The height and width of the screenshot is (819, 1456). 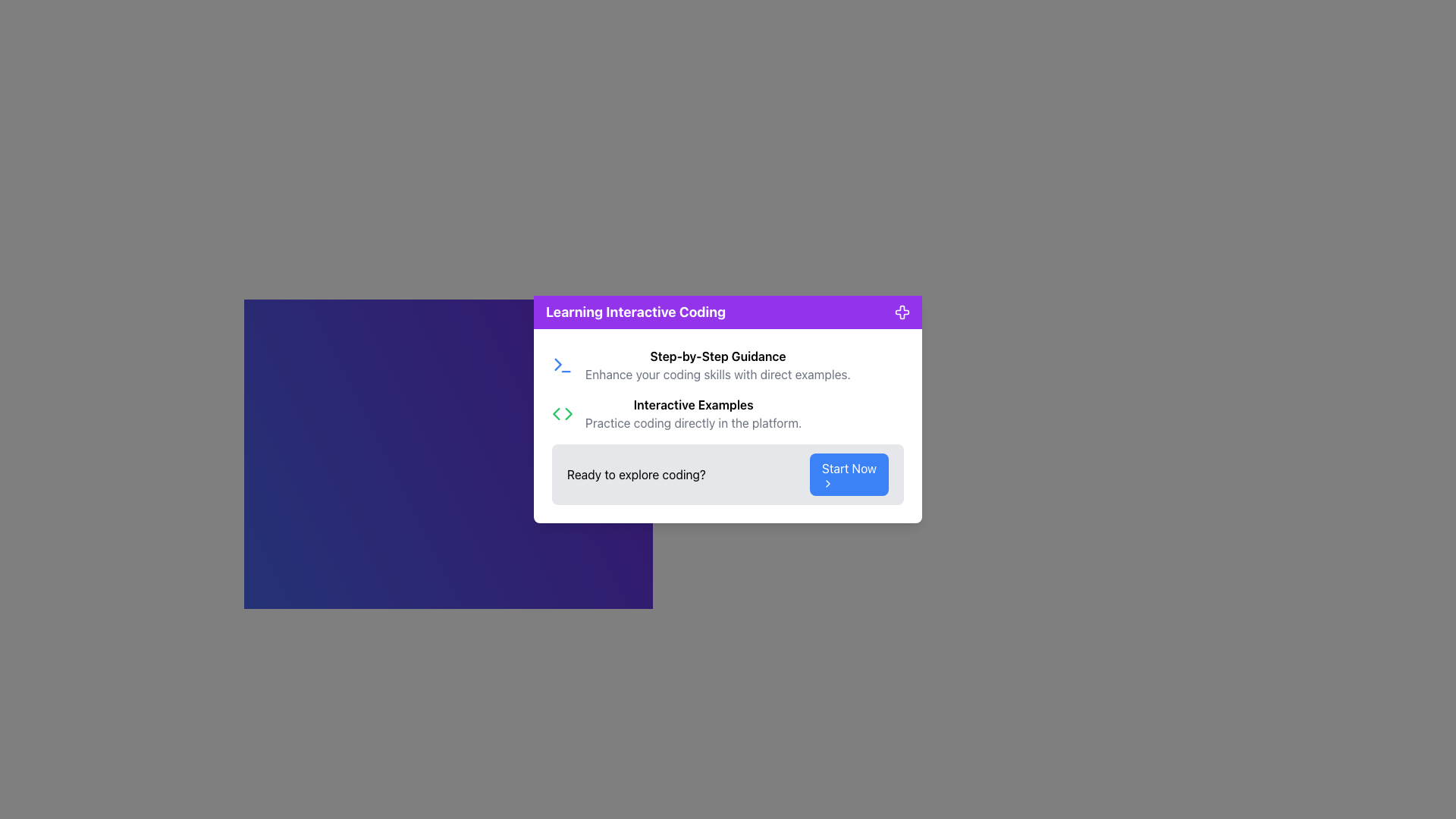 What do you see at coordinates (717, 374) in the screenshot?
I see `the text label stating 'Enhance your coding skills with direct examples,' which is located below the headline 'Step-by-Step Guidance.'` at bounding box center [717, 374].